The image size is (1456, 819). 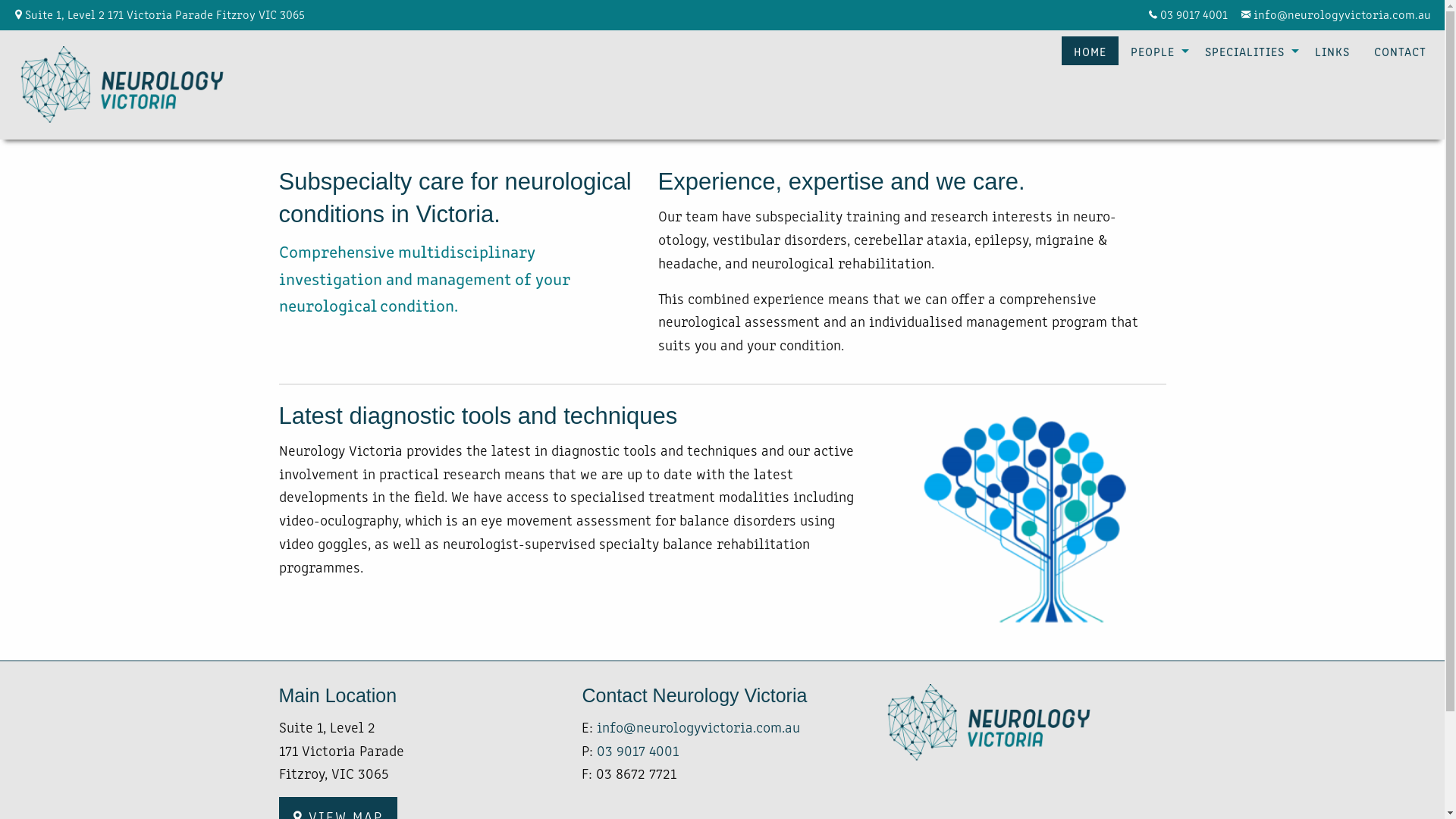 What do you see at coordinates (1331, 49) in the screenshot?
I see `'LINKS'` at bounding box center [1331, 49].